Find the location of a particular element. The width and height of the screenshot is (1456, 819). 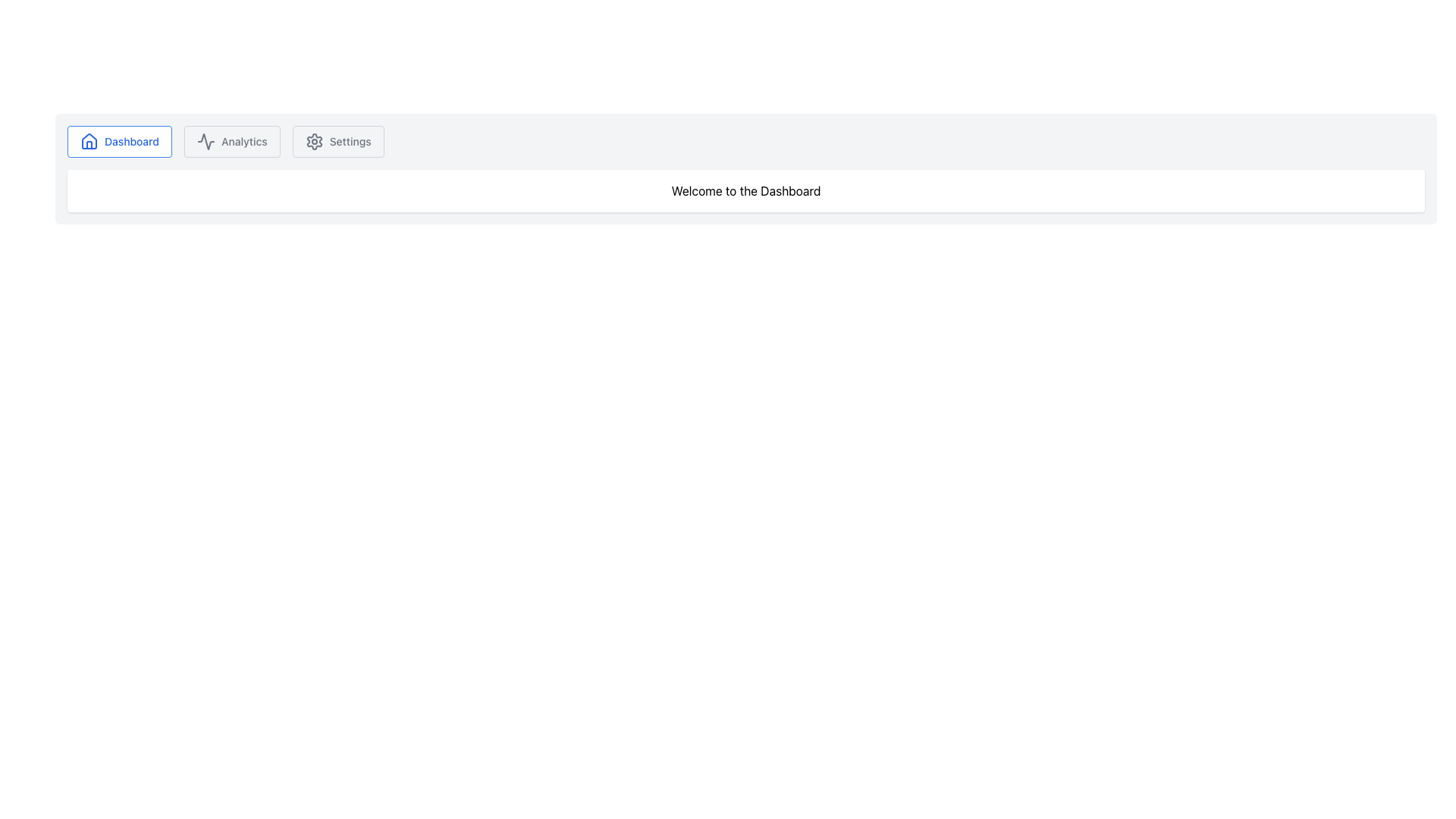

the 'Settings' button, which is a gray button with a gear icon on its left, located in the horizontal navigation bar as the third button is located at coordinates (337, 141).